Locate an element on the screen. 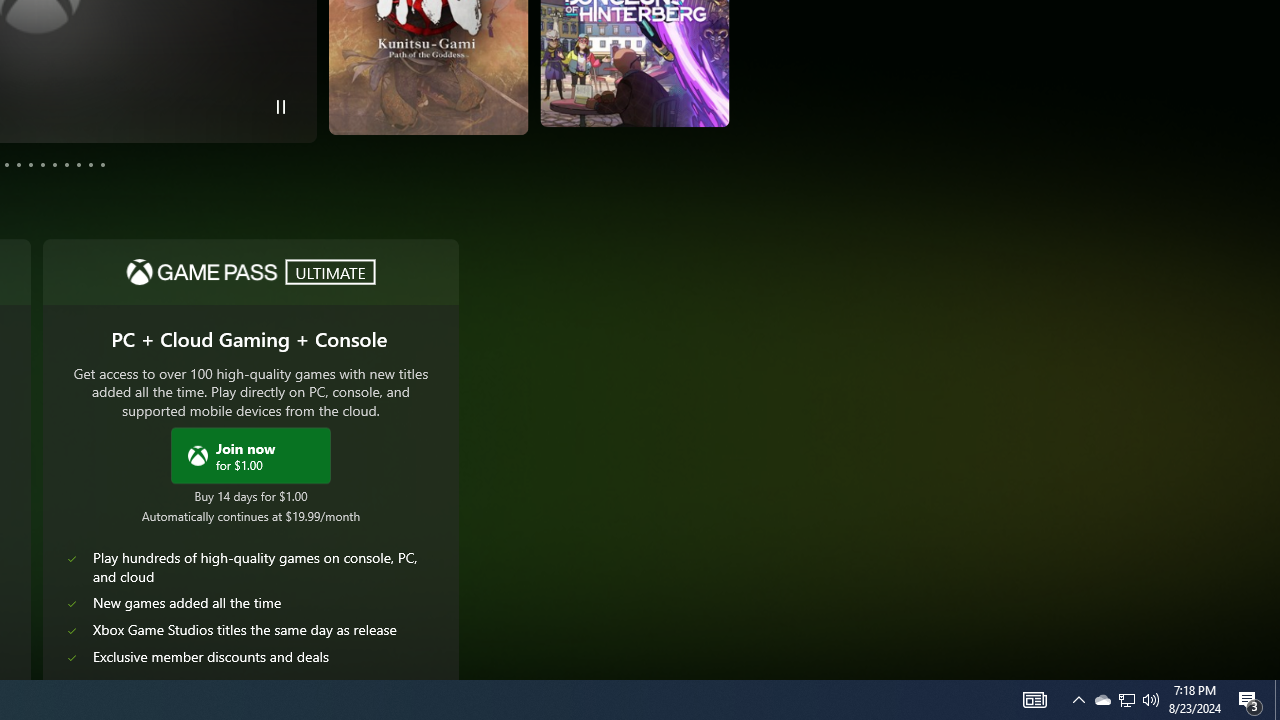  'Page 9' is located at coordinates (67, 163).